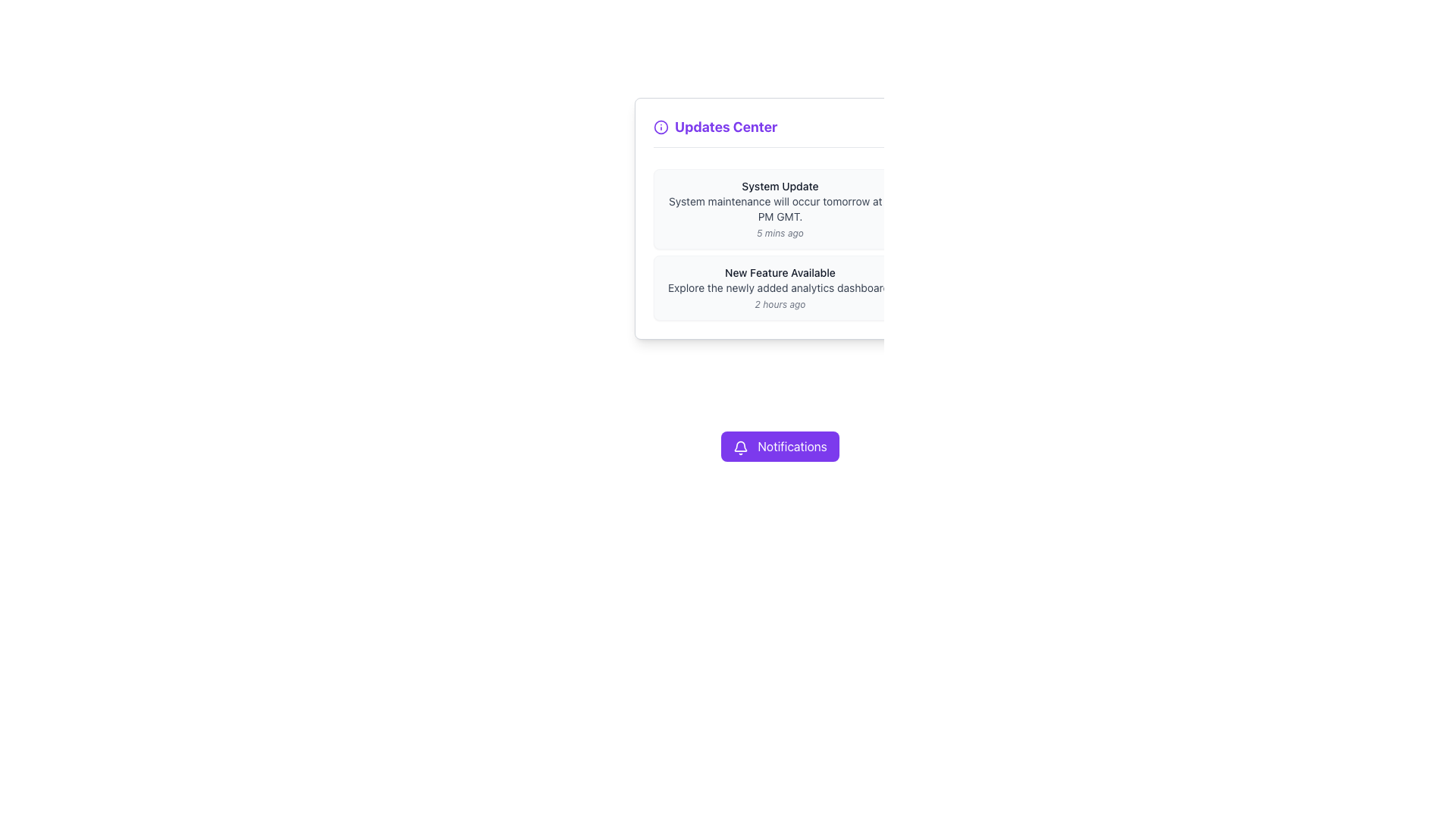 The width and height of the screenshot is (1456, 819). I want to click on the Text label at the top middle of the notification card, which summarizes the content below, so click(780, 186).